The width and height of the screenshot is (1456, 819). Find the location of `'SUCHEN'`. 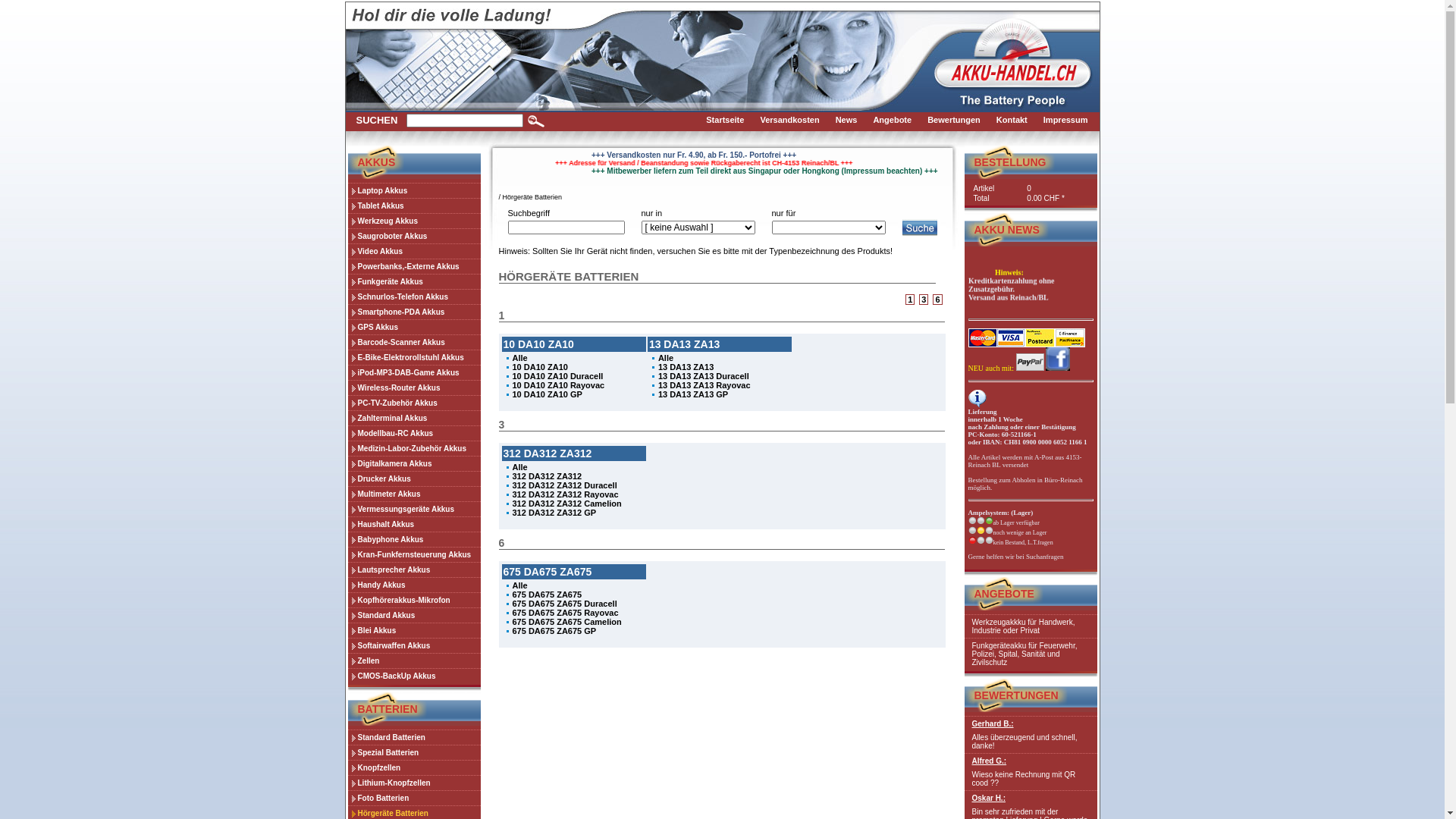

'SUCHEN' is located at coordinates (377, 119).